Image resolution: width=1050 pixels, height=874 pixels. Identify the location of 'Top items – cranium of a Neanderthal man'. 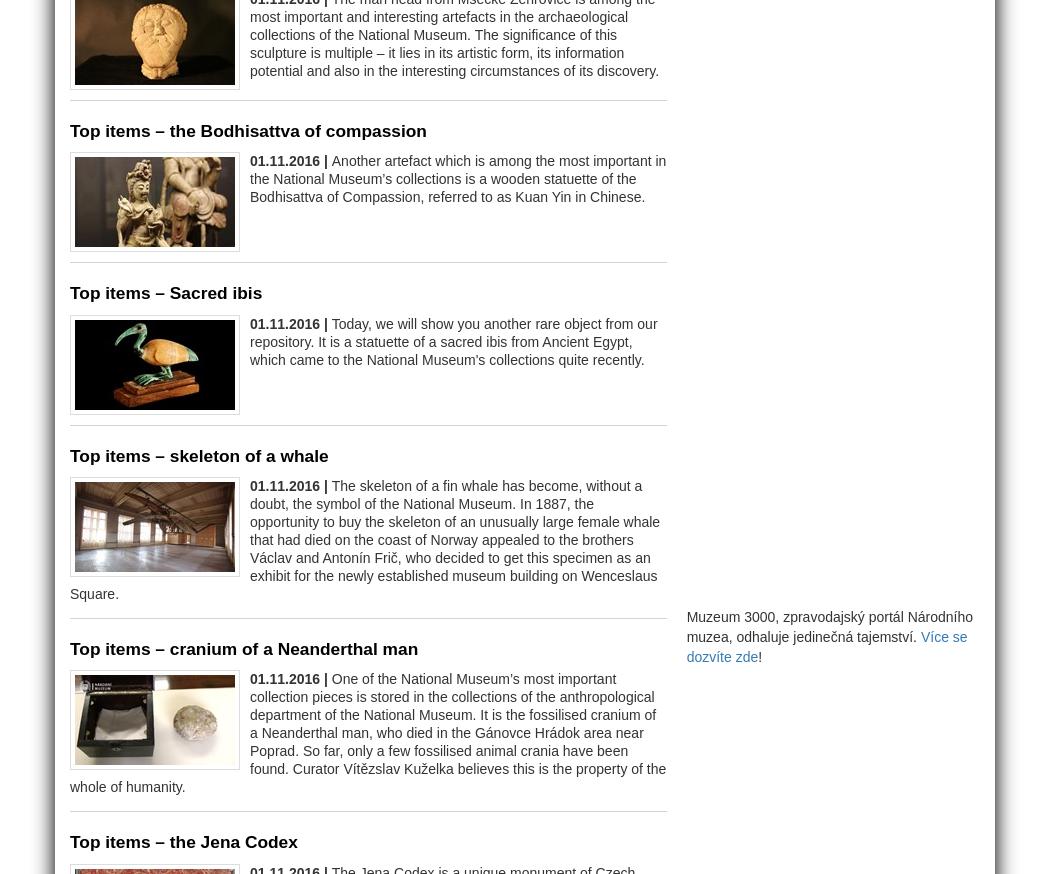
(244, 646).